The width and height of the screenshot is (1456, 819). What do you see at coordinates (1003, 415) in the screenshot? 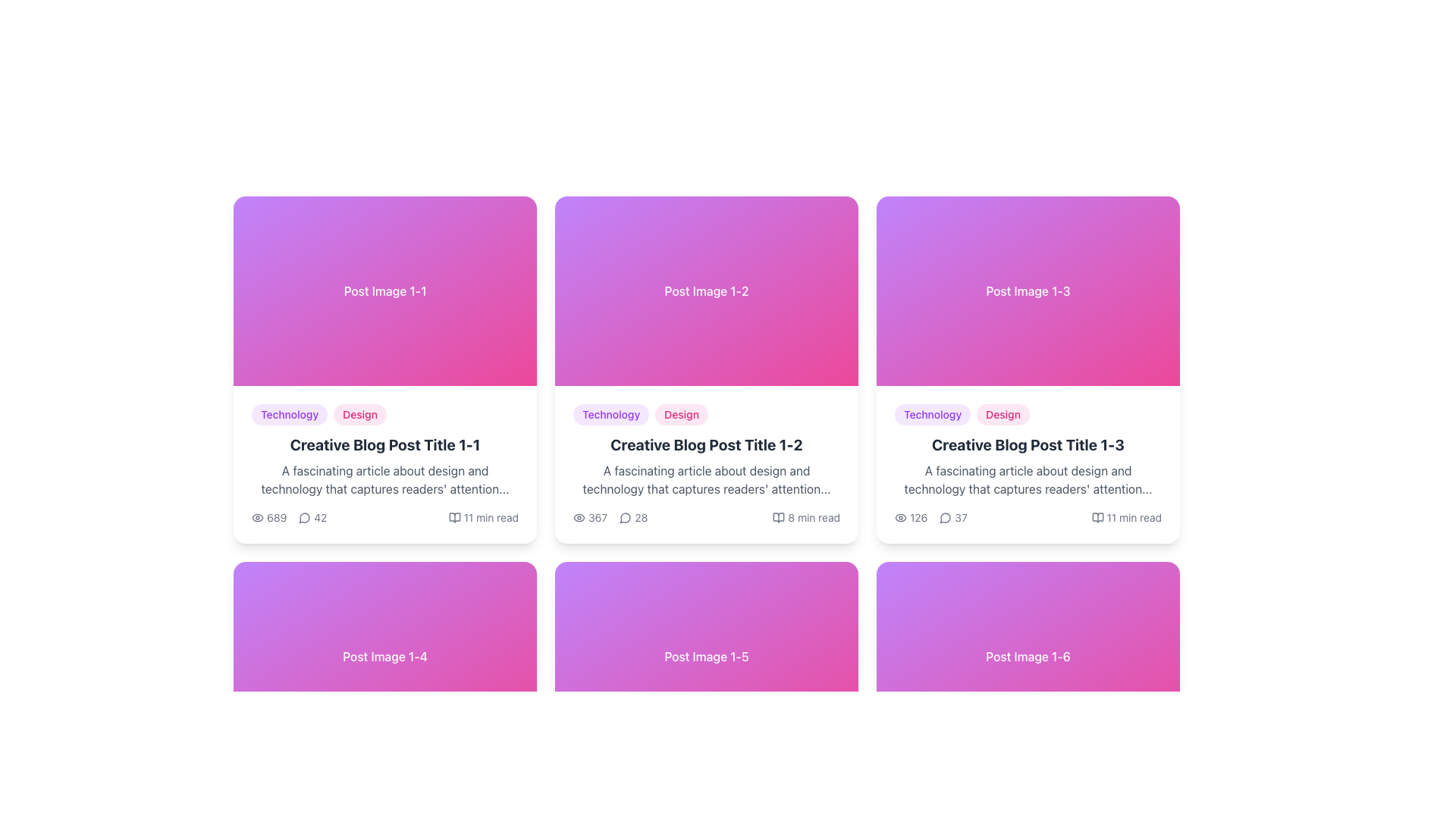
I see `the pill-shaped text badge labeled 'Design' which has pink text on a light pink background, located to the right of the 'Technology' badge, above the blog post title 'Creative Blog Post Title 1-3'` at bounding box center [1003, 415].